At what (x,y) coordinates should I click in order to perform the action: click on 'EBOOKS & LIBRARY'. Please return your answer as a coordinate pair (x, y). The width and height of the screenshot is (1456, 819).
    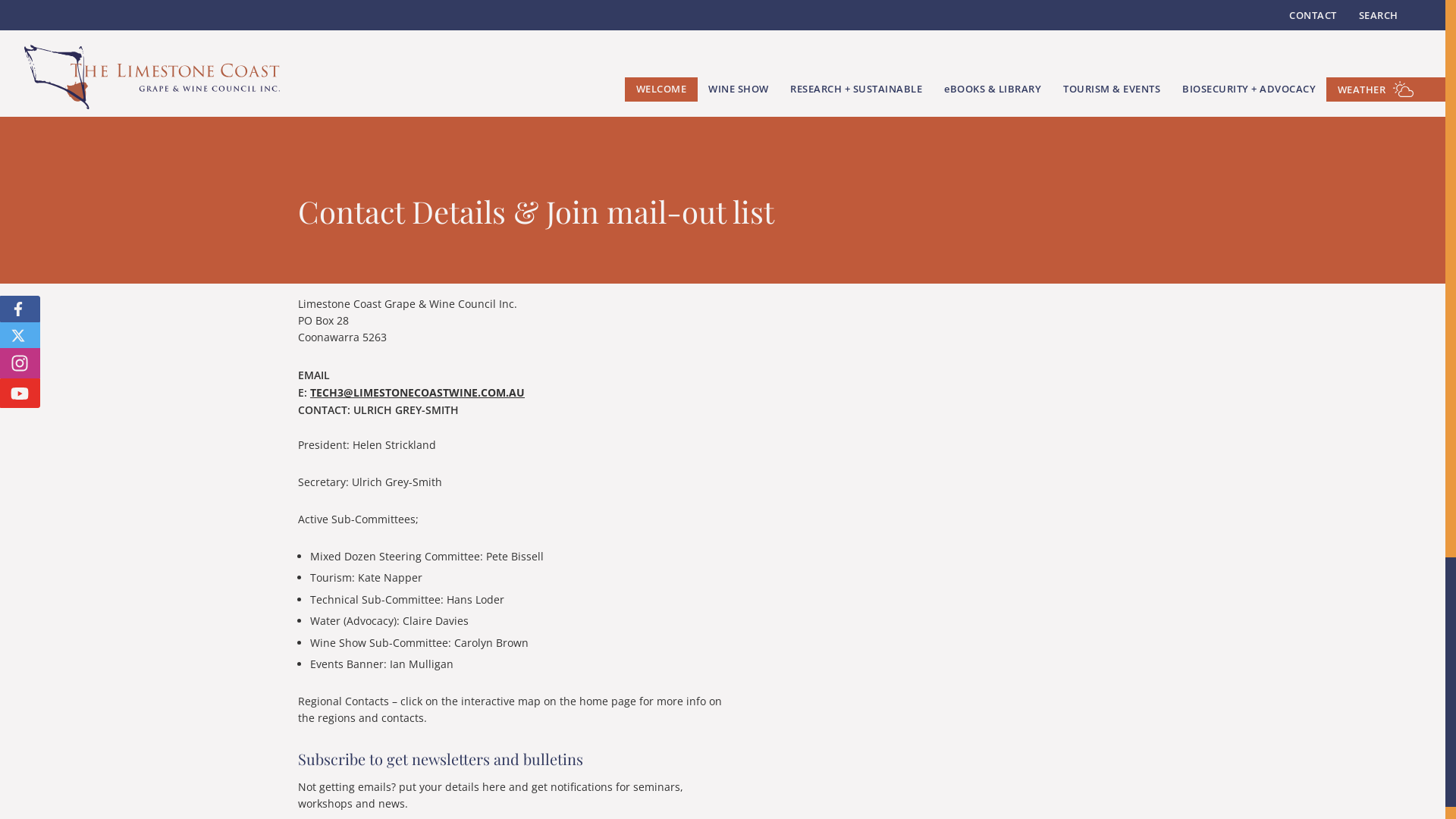
    Looking at the image, I should click on (993, 89).